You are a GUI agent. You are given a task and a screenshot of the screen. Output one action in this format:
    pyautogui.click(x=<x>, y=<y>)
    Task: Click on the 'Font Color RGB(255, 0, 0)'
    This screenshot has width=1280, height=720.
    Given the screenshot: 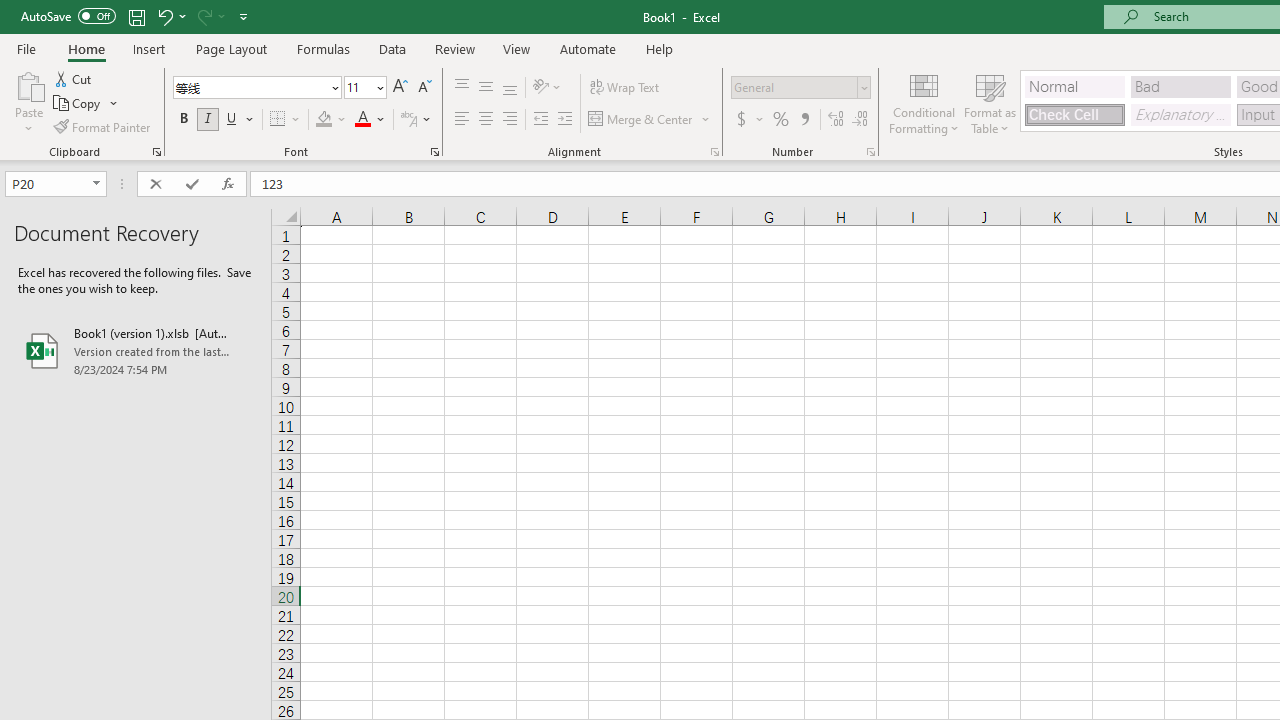 What is the action you would take?
    pyautogui.click(x=362, y=119)
    